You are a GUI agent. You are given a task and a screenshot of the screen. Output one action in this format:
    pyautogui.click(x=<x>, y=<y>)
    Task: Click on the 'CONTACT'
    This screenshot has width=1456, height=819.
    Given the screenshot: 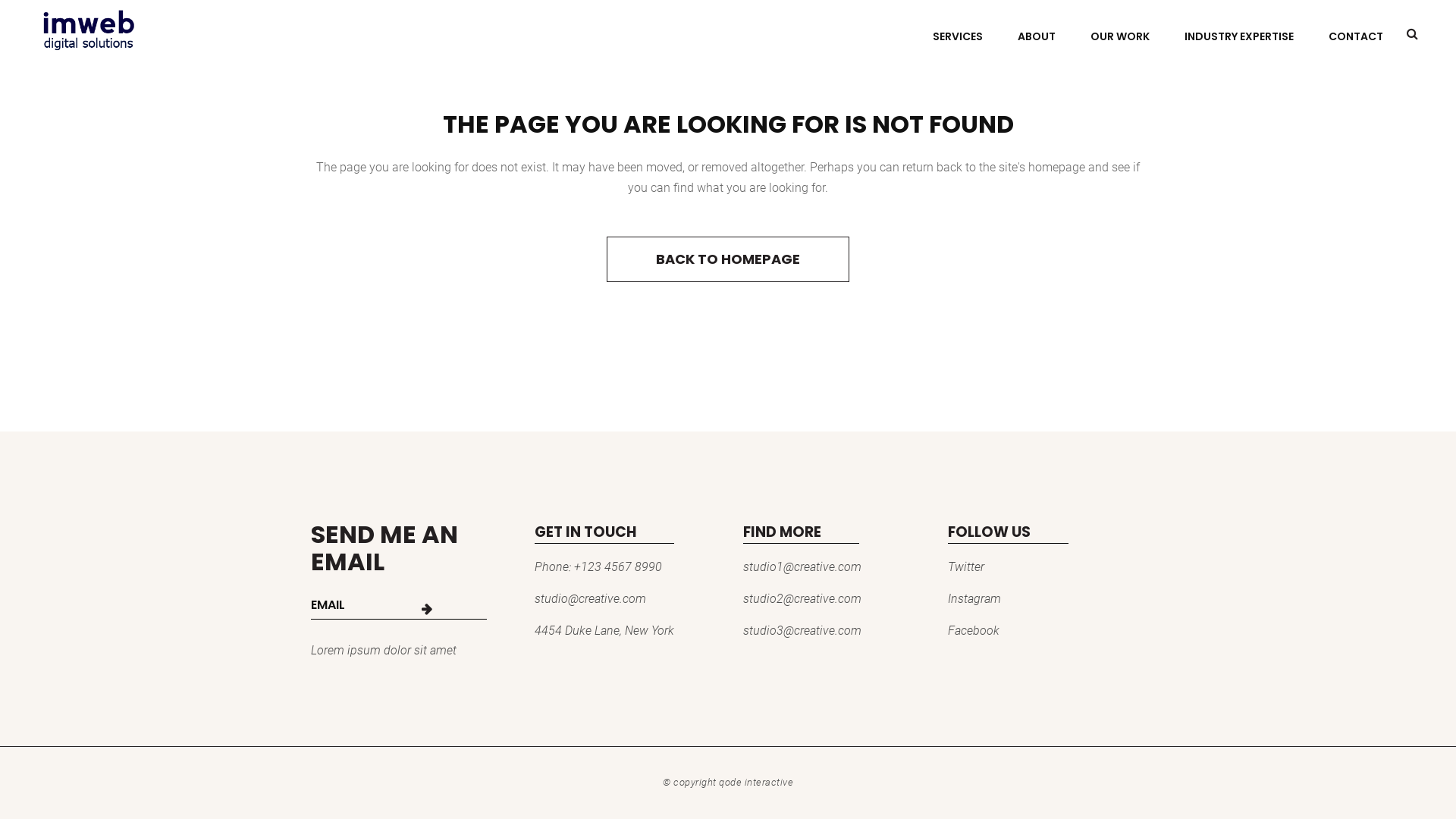 What is the action you would take?
    pyautogui.click(x=1356, y=35)
    